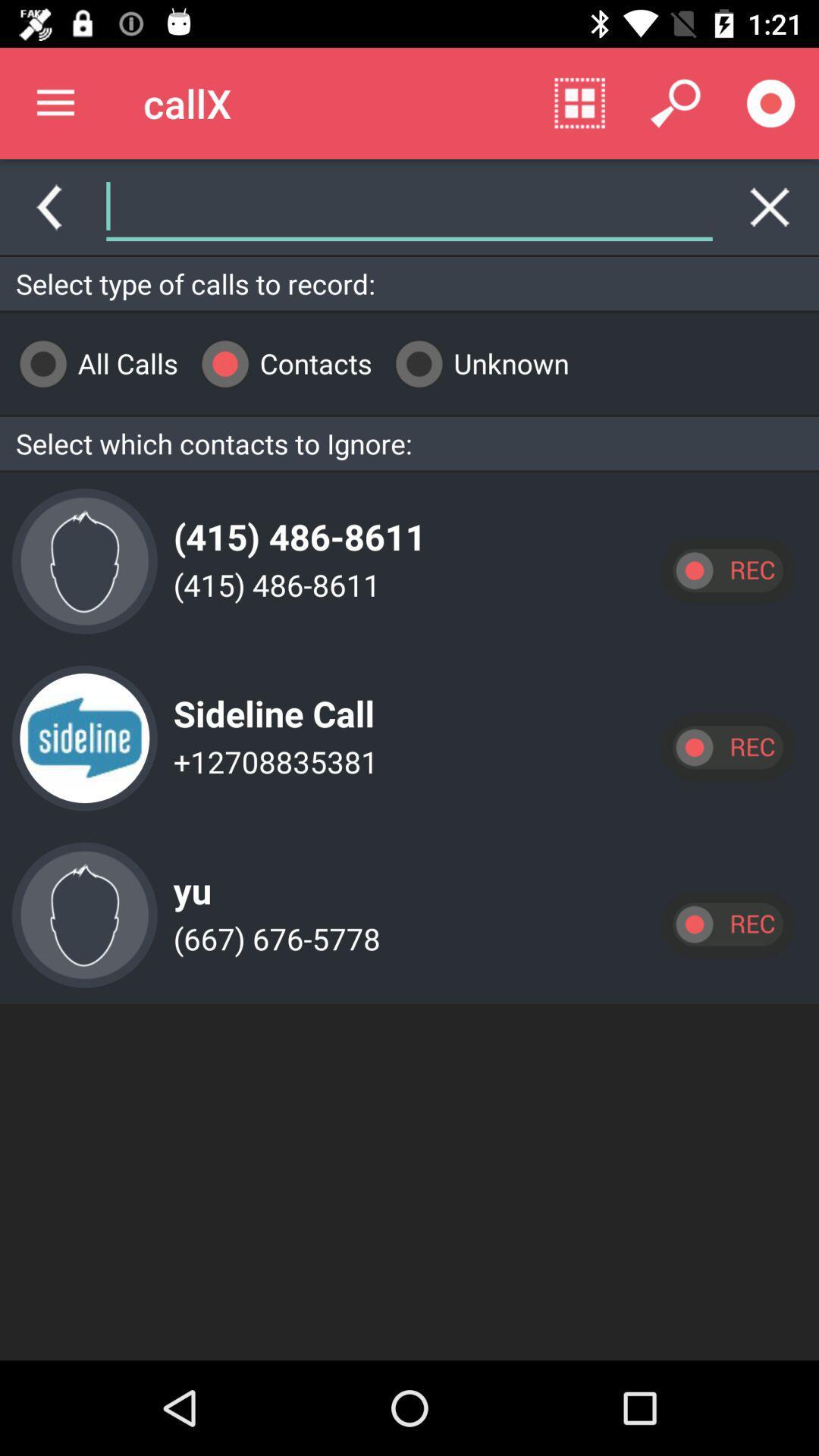 This screenshot has height=1456, width=819. I want to click on here type the name of the desired contact, so click(409, 206).